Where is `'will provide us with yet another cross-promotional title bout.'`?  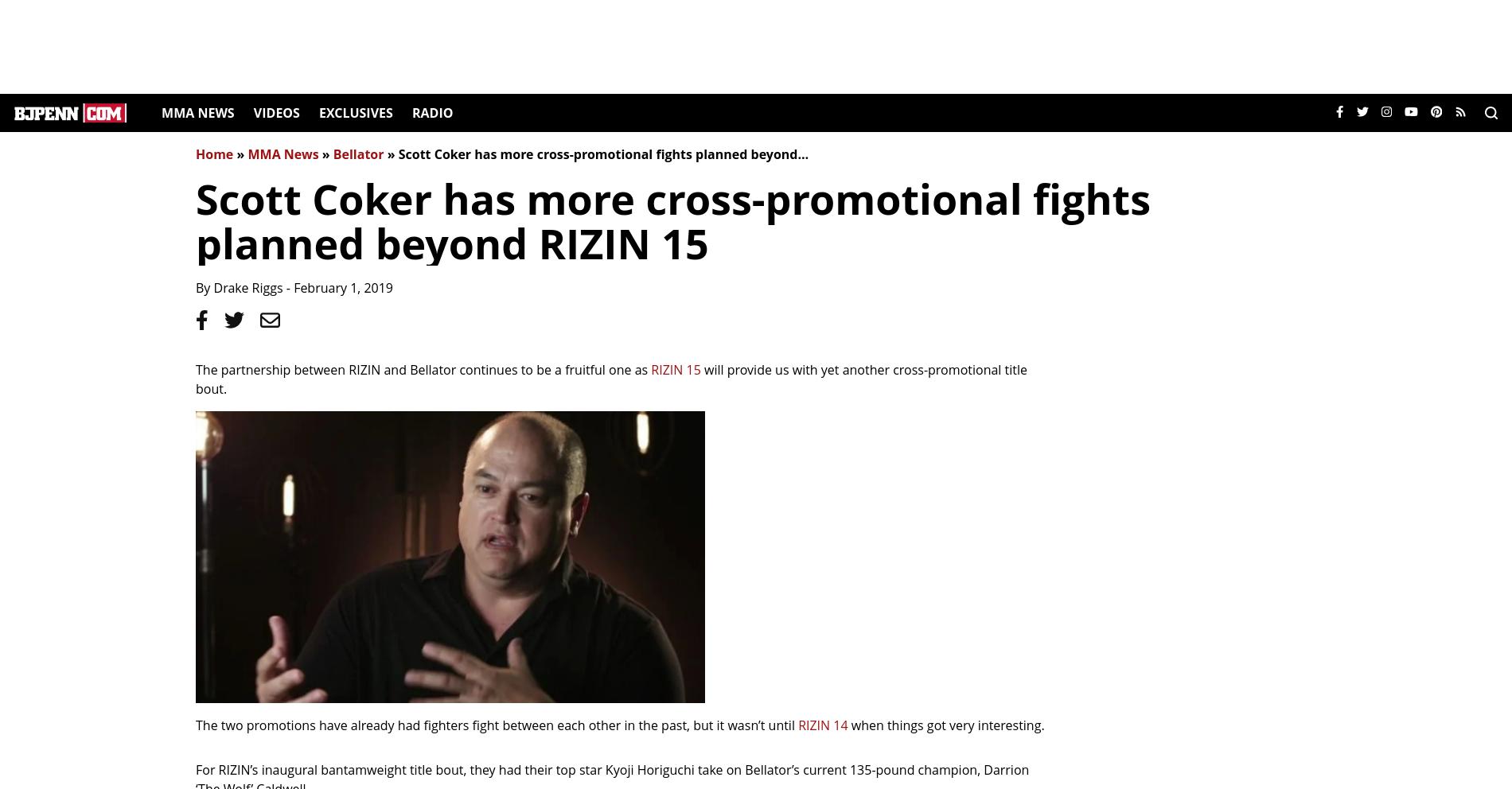
'will provide us with yet another cross-promotional title bout.' is located at coordinates (610, 379).